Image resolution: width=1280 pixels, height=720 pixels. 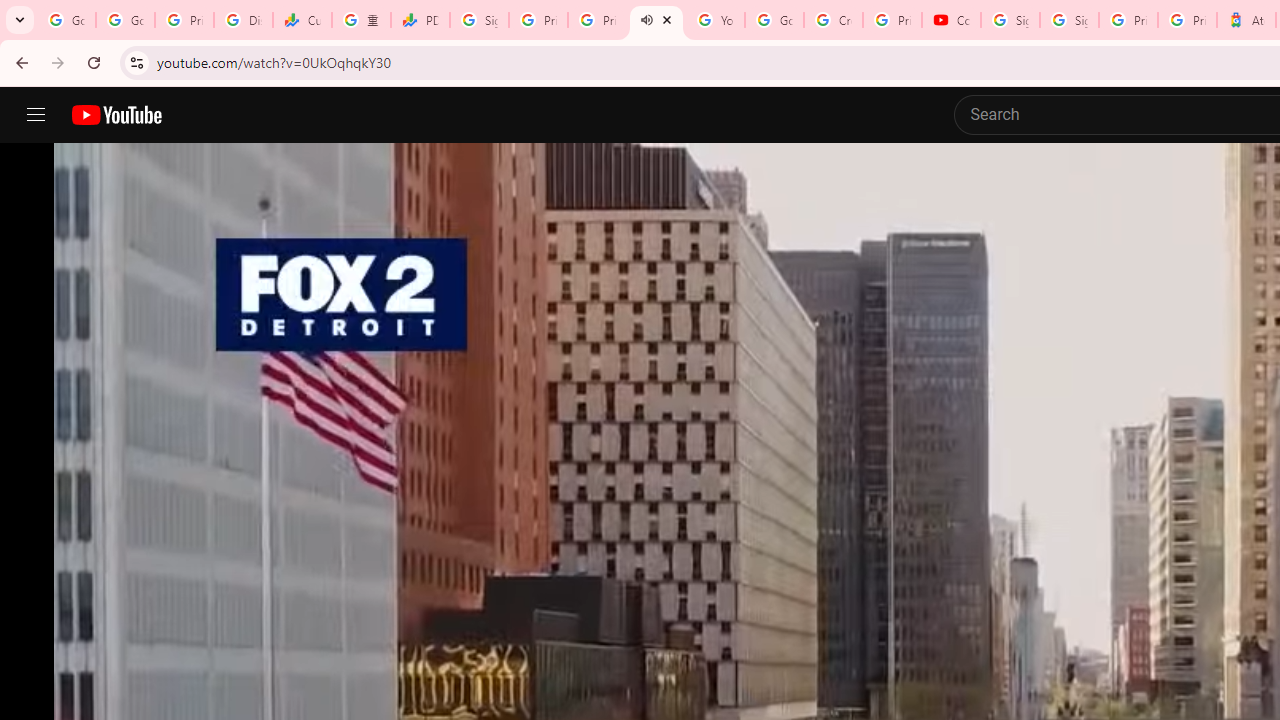 What do you see at coordinates (950, 20) in the screenshot?
I see `'Content Creator Programs & Opportunities - YouTube Creators'` at bounding box center [950, 20].